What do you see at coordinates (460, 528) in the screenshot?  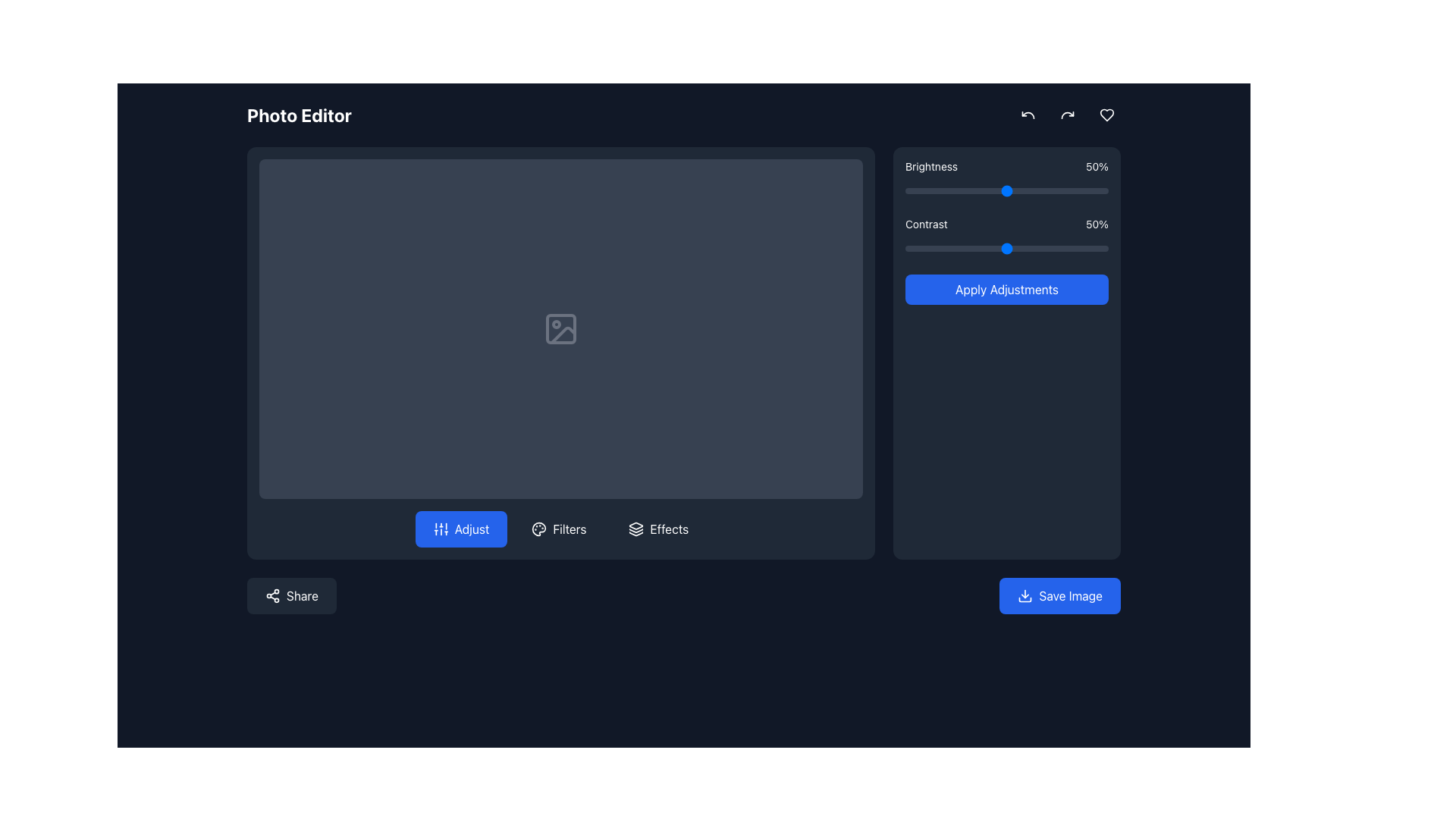 I see `the 'Adjust' button located at the bottom-center of the interface` at bounding box center [460, 528].